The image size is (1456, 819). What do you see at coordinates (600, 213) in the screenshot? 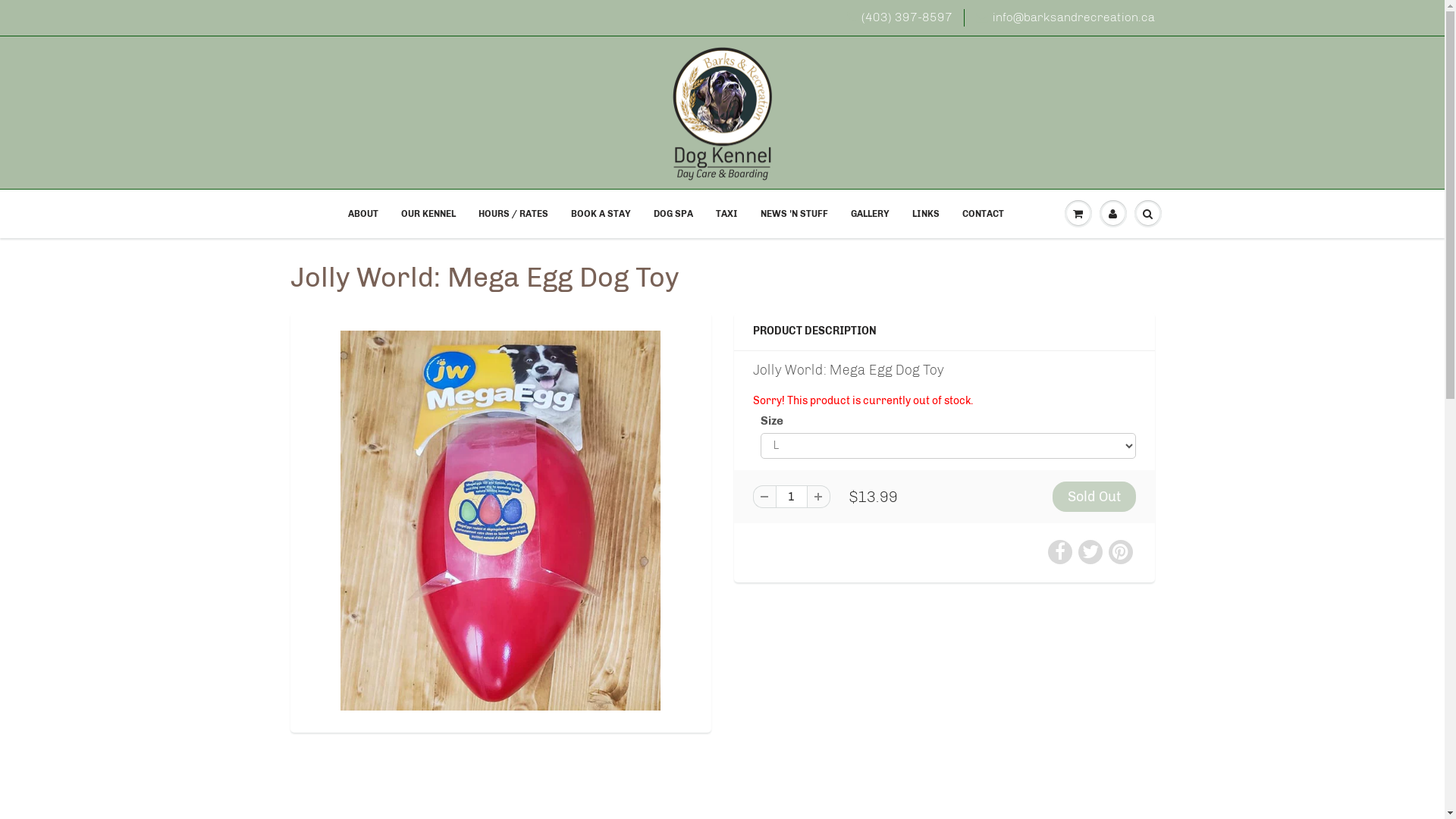
I see `'BOOK A STAY'` at bounding box center [600, 213].